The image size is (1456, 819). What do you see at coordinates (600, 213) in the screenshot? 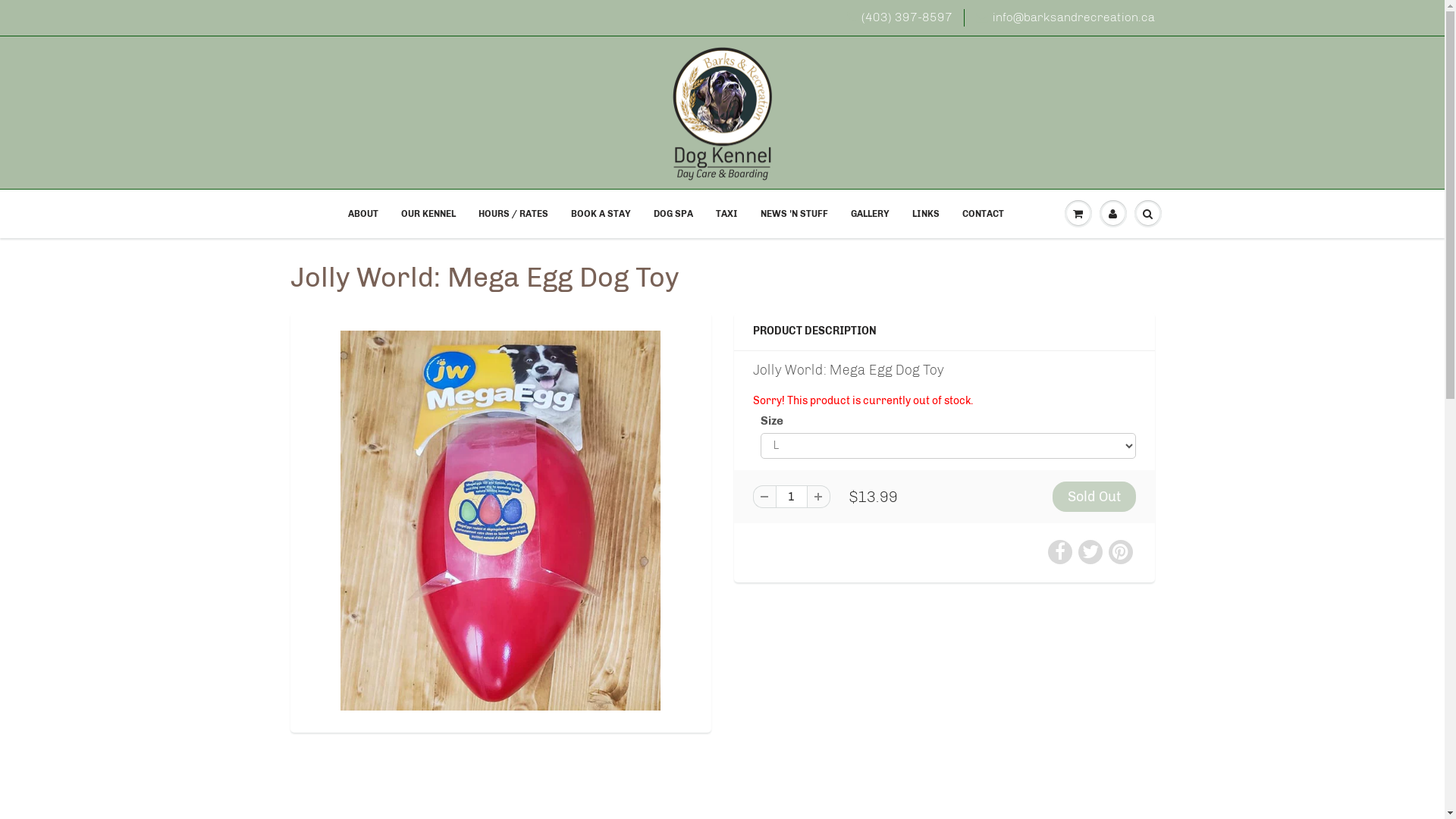
I see `'BOOK A STAY'` at bounding box center [600, 213].